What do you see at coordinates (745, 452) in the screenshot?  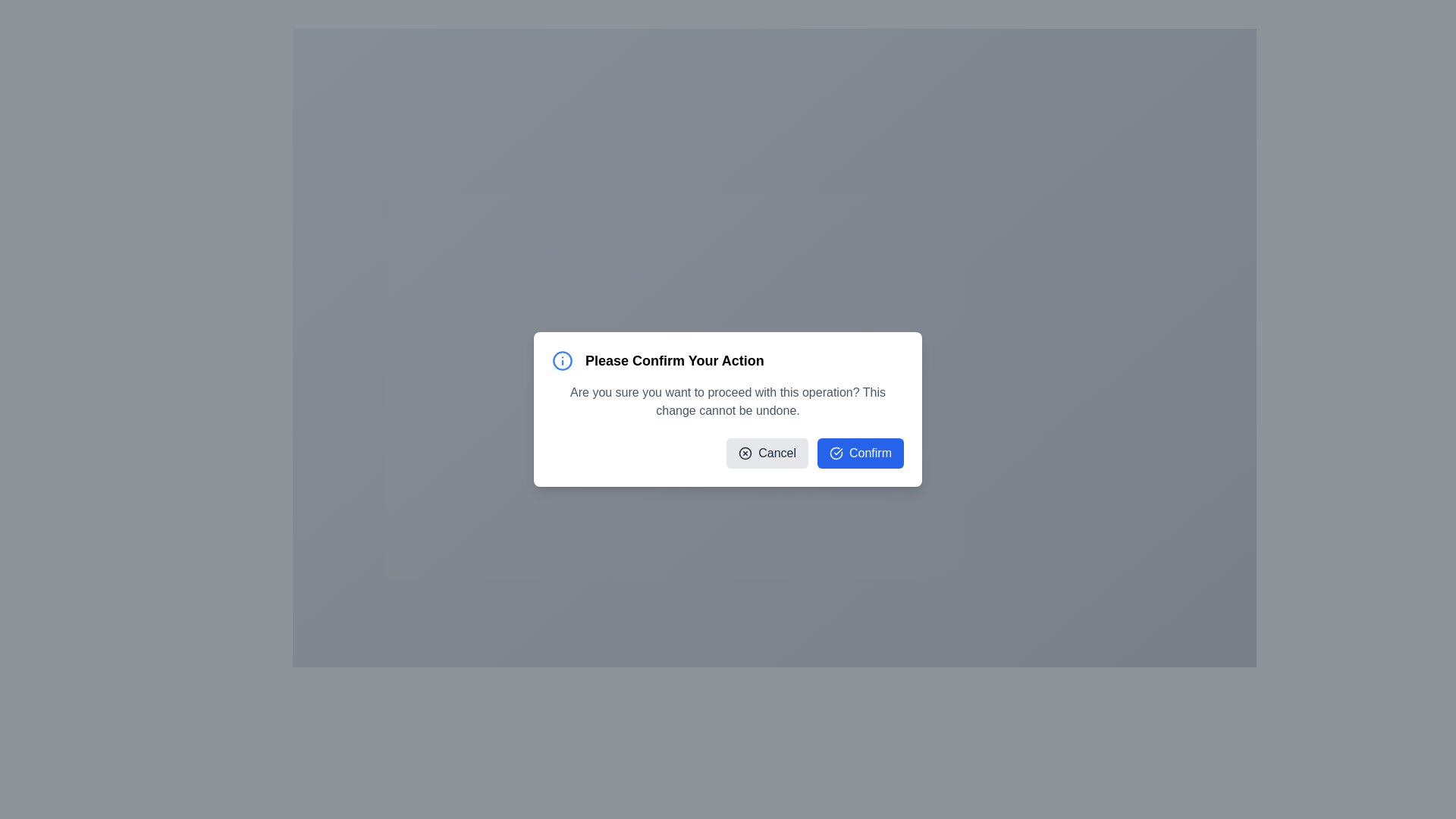 I see `the cancel or close action SVG icon located to the left of the Cancel button in the dialog box` at bounding box center [745, 452].